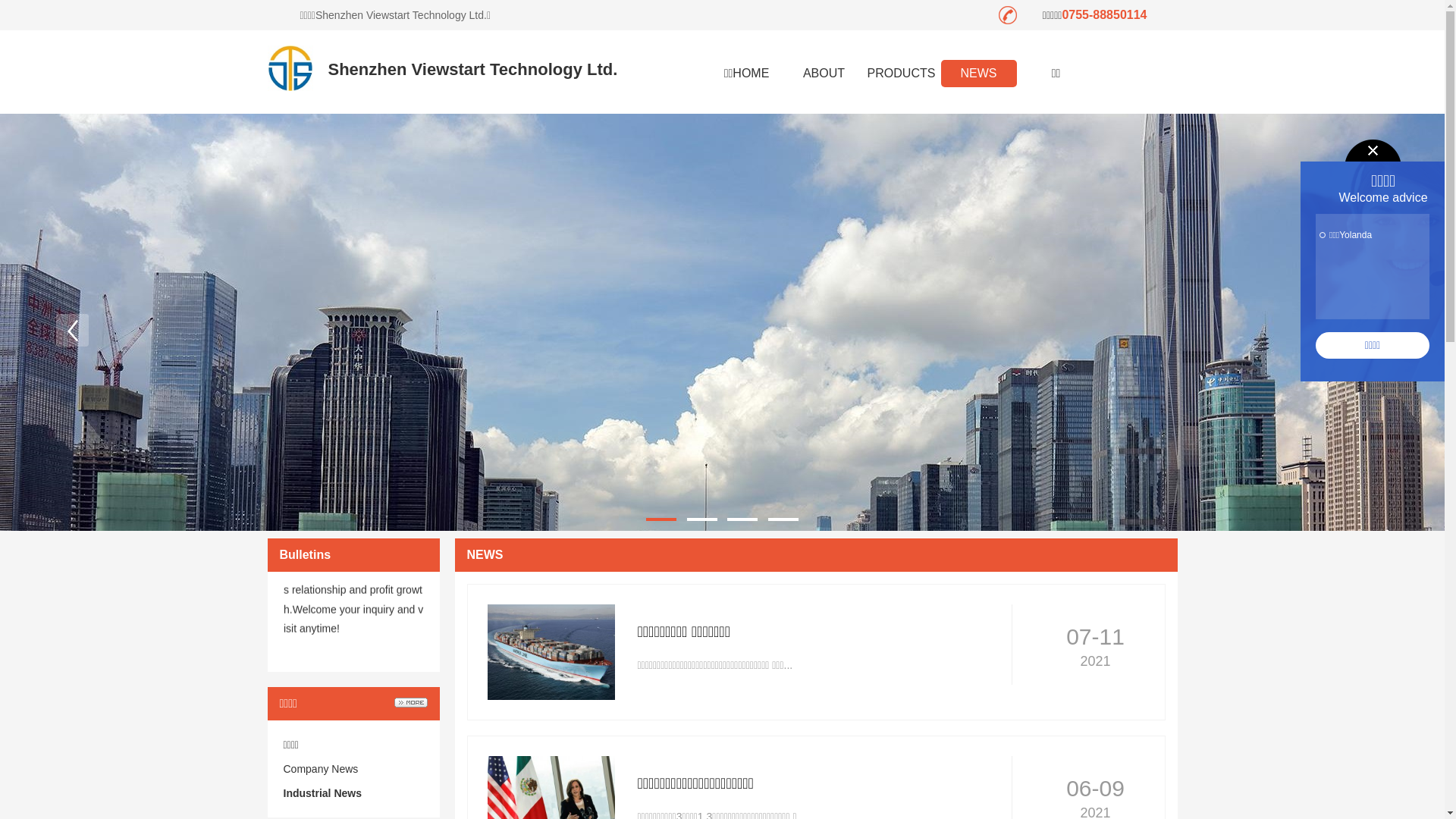  Describe the element at coordinates (978, 73) in the screenshot. I see `'NEWS'` at that location.